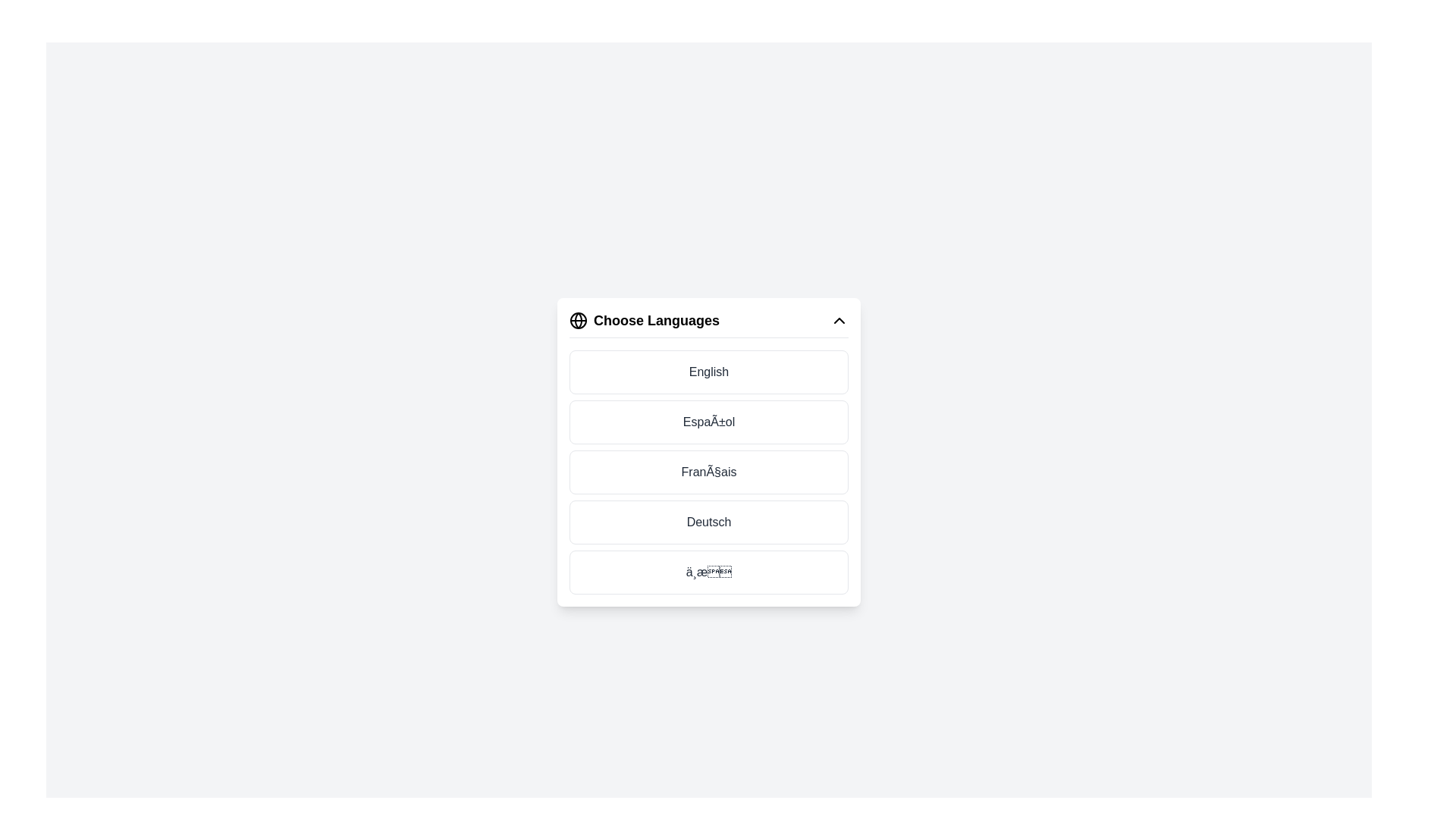 The width and height of the screenshot is (1456, 819). I want to click on the text labeled 'ä¸­æ–‡' which is the sixth option in the 'Choose Languages' section, so click(708, 571).